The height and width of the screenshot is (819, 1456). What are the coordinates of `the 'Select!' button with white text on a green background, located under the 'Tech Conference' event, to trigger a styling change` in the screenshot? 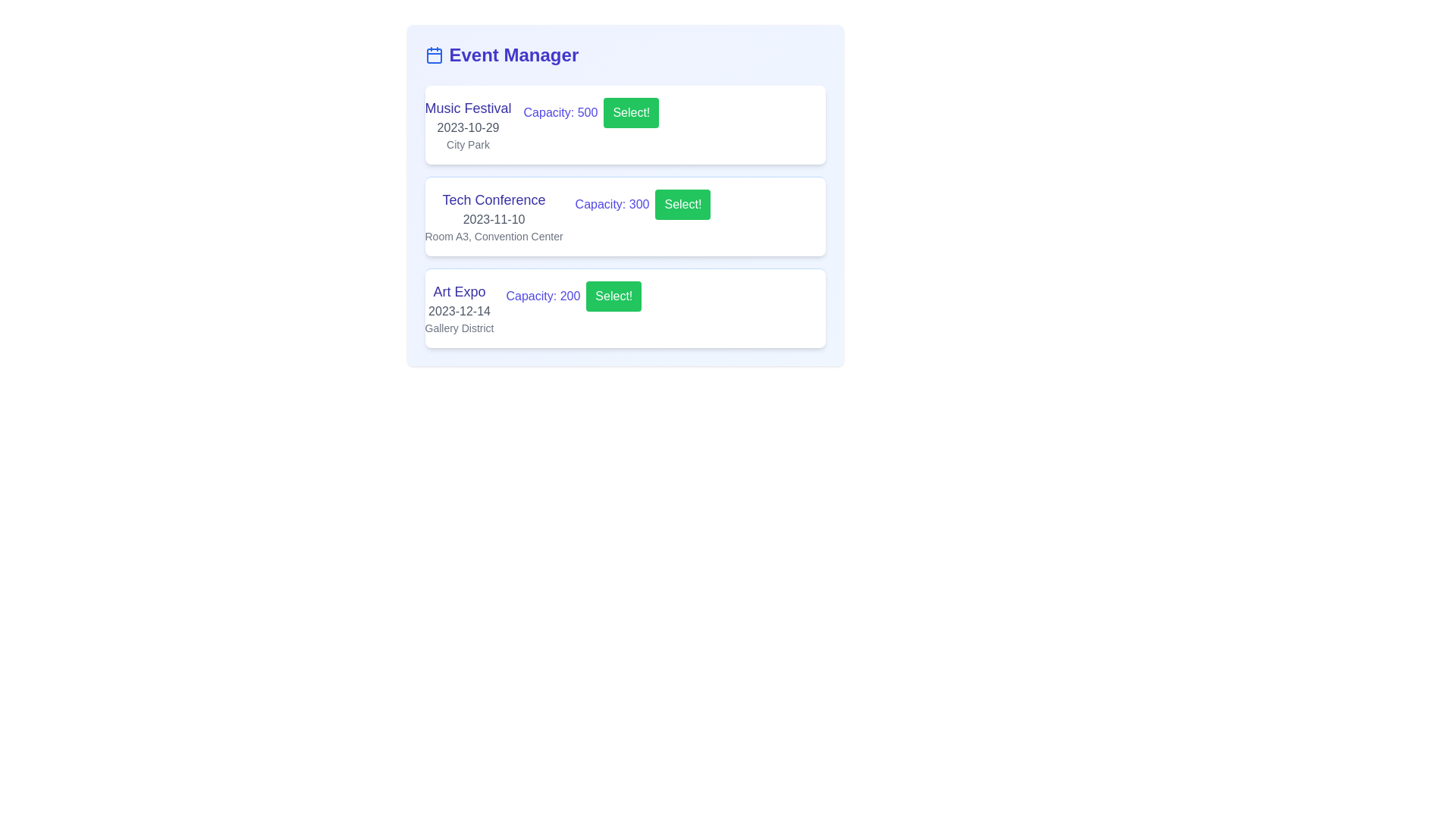 It's located at (682, 205).